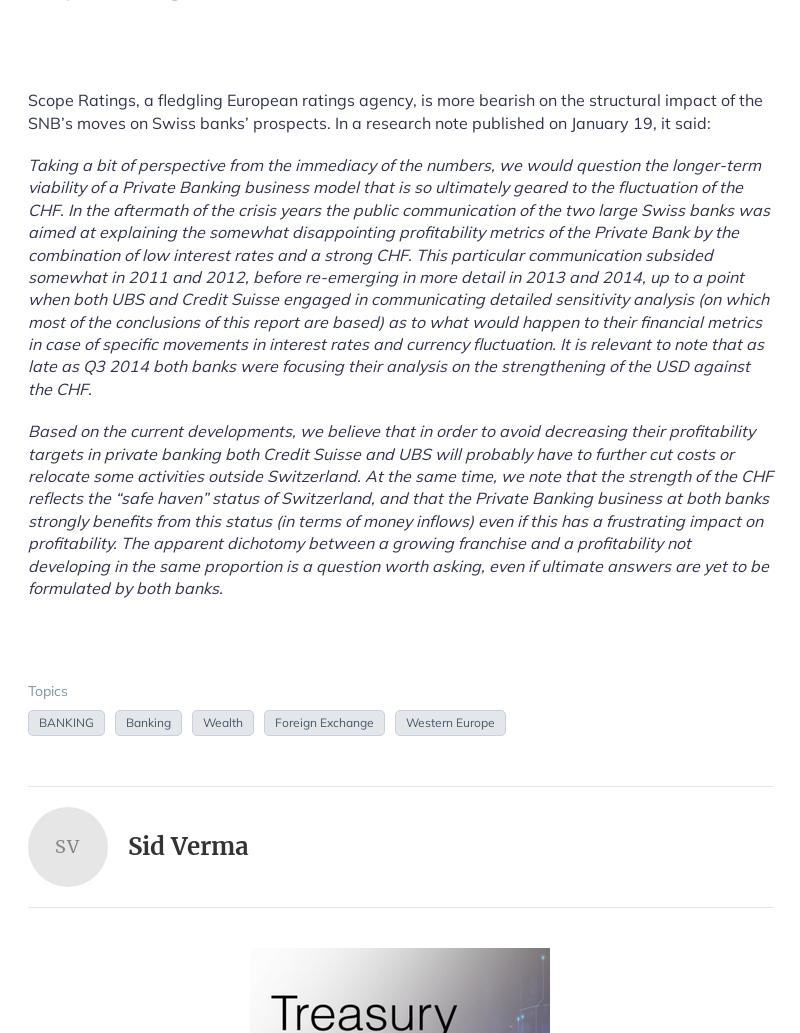  What do you see at coordinates (67, 845) in the screenshot?
I see `'SV'` at bounding box center [67, 845].